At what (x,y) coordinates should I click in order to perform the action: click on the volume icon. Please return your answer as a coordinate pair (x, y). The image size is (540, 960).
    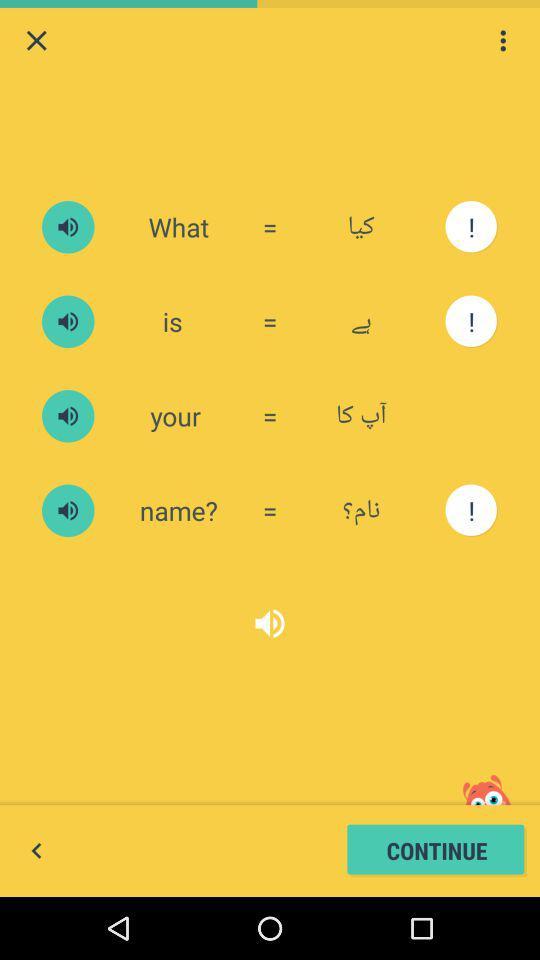
    Looking at the image, I should click on (67, 344).